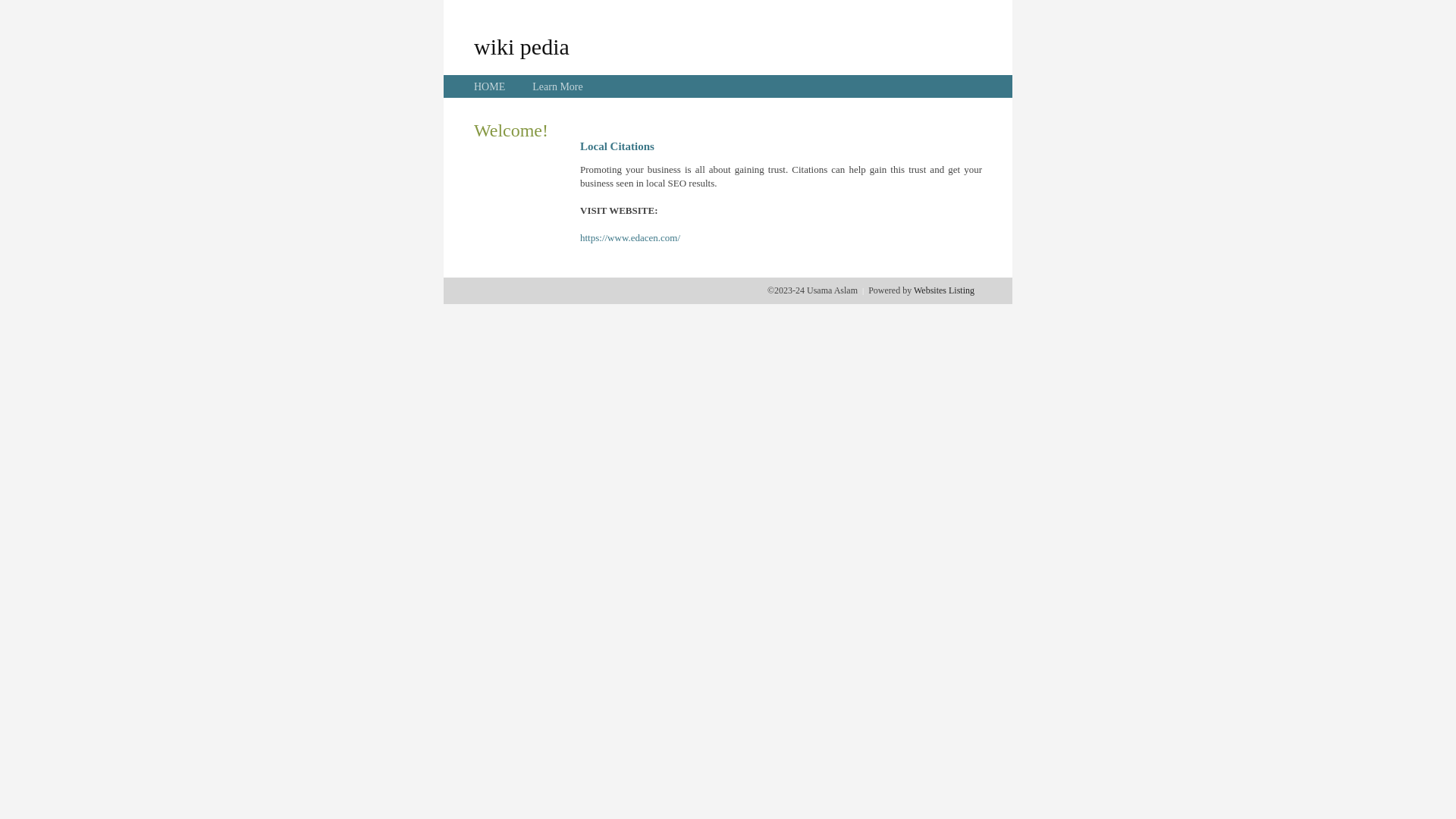 The height and width of the screenshot is (819, 1456). What do you see at coordinates (629, 237) in the screenshot?
I see `'https://www.edacen.com/'` at bounding box center [629, 237].